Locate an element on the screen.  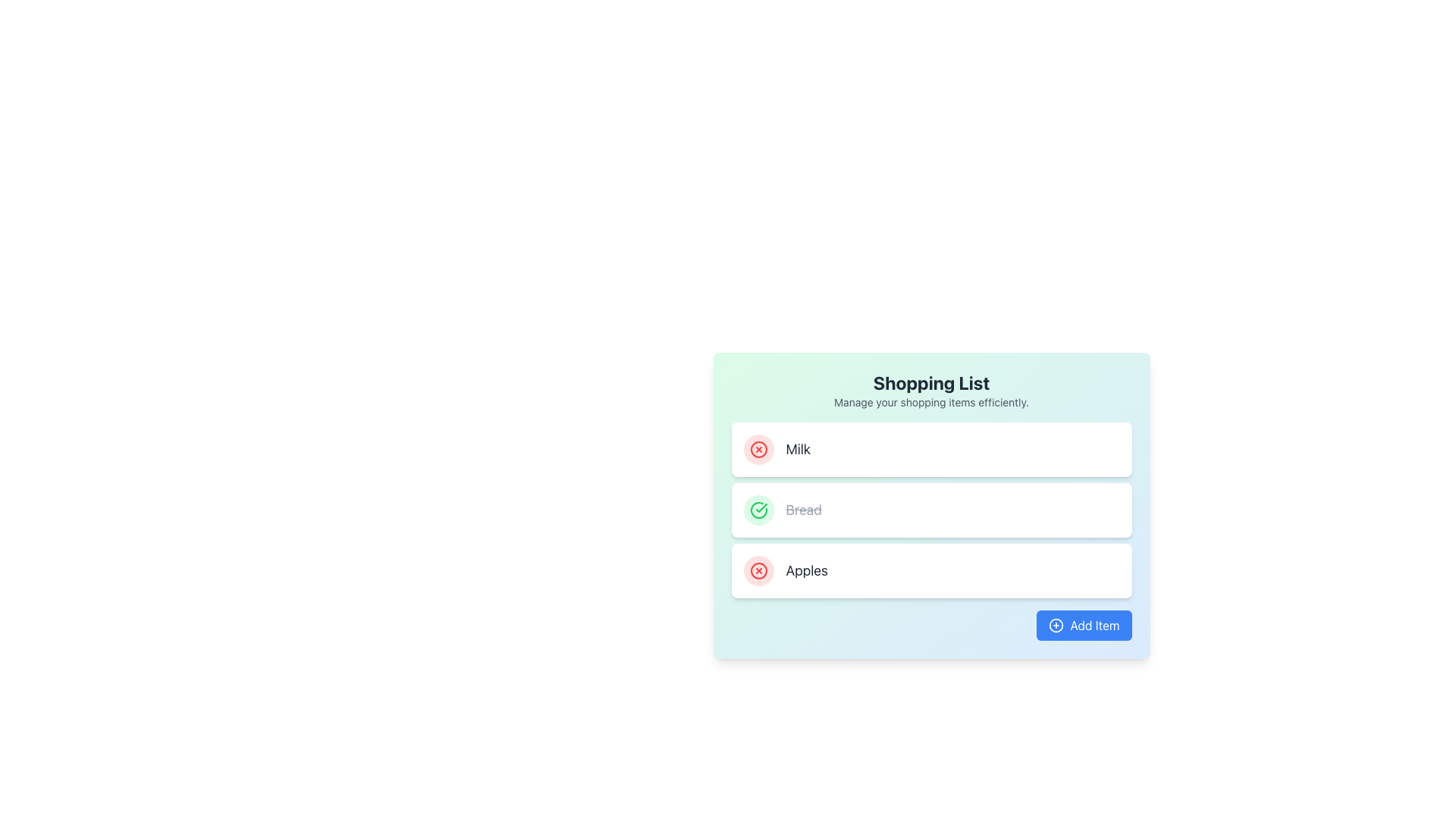
the circular Icon Button with a green checkmark icon is located at coordinates (758, 510).